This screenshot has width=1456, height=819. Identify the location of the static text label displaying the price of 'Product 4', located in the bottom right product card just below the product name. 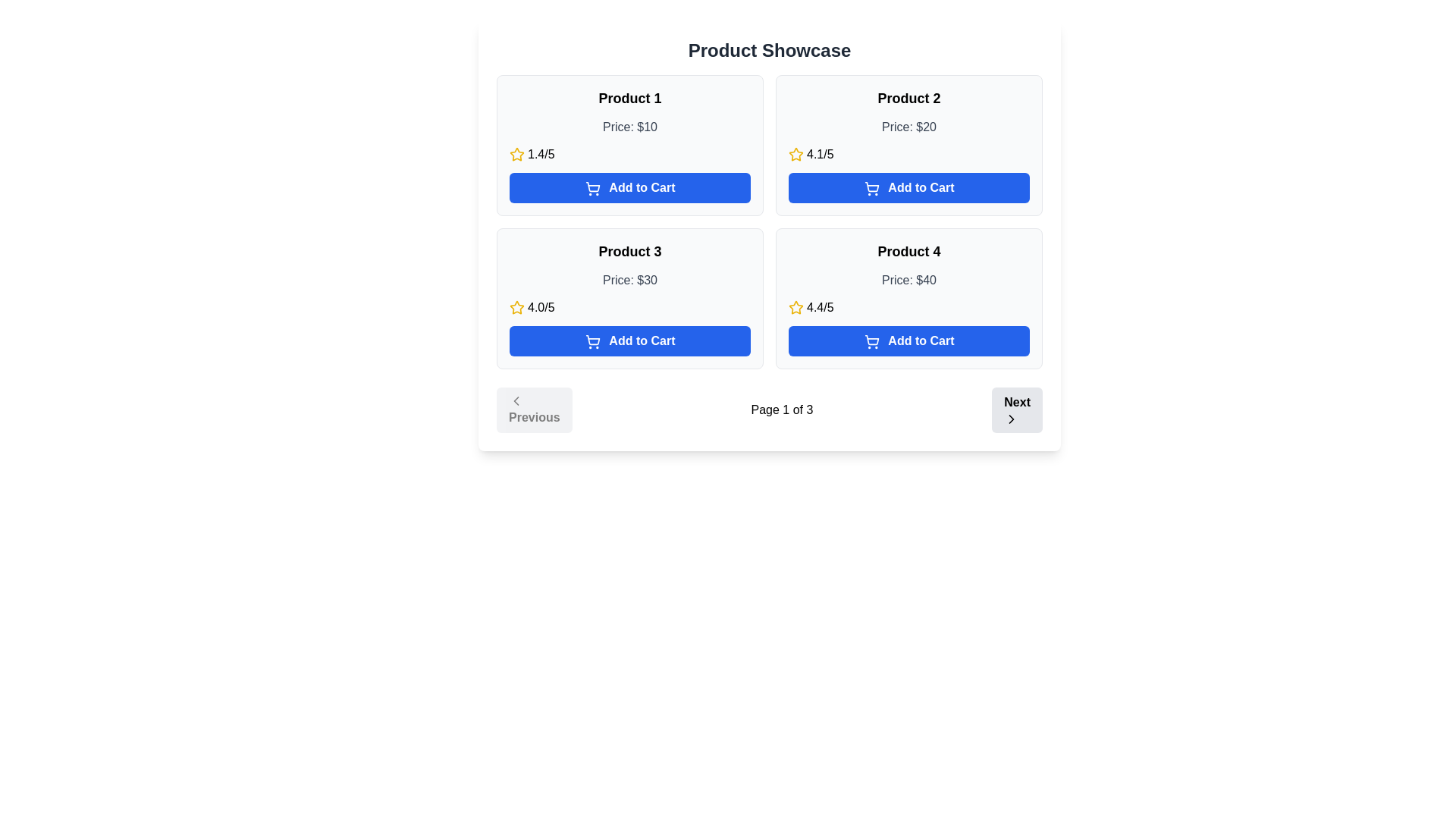
(909, 281).